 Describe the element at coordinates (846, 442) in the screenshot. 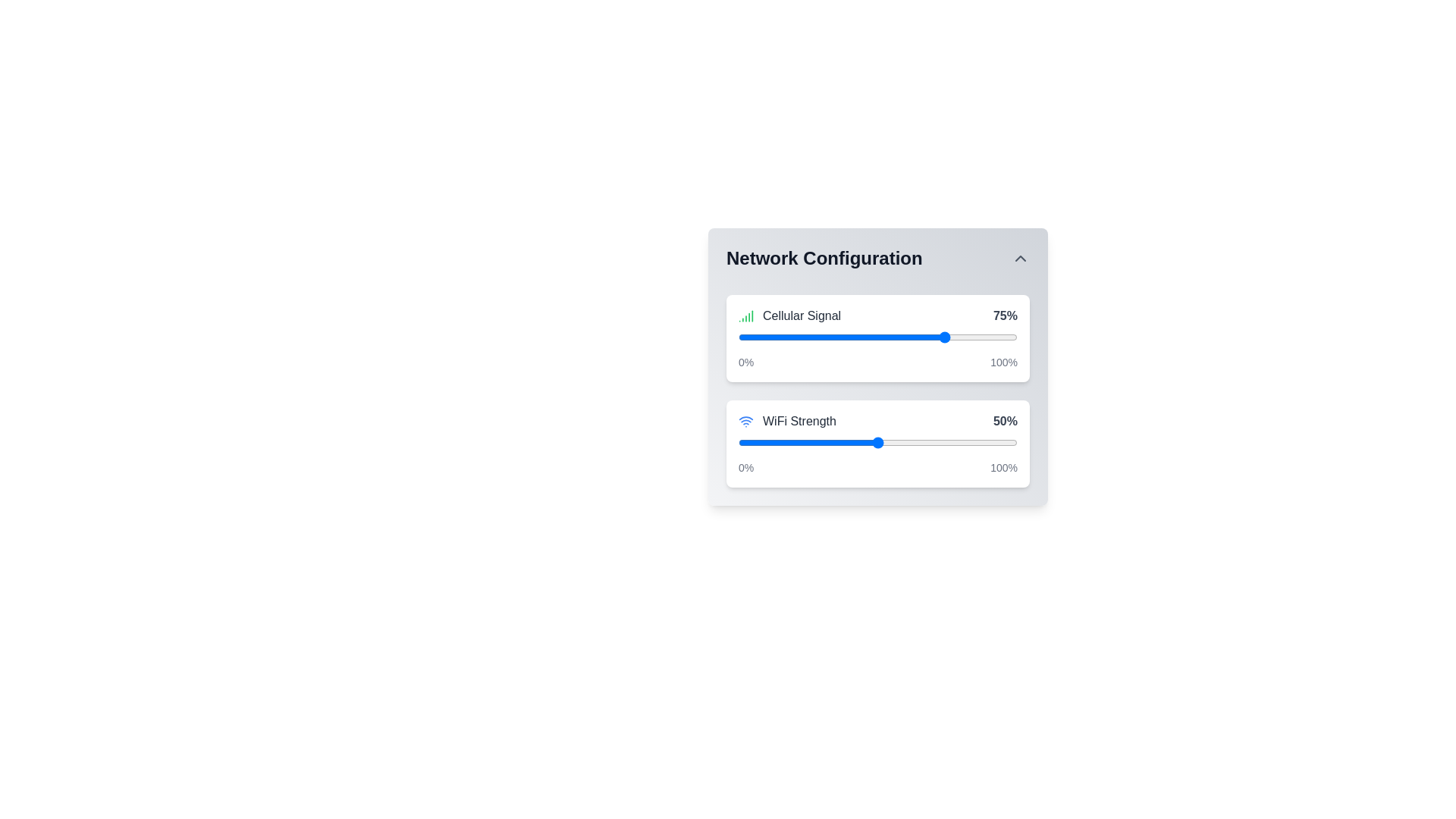

I see `the WiFi strength` at that location.